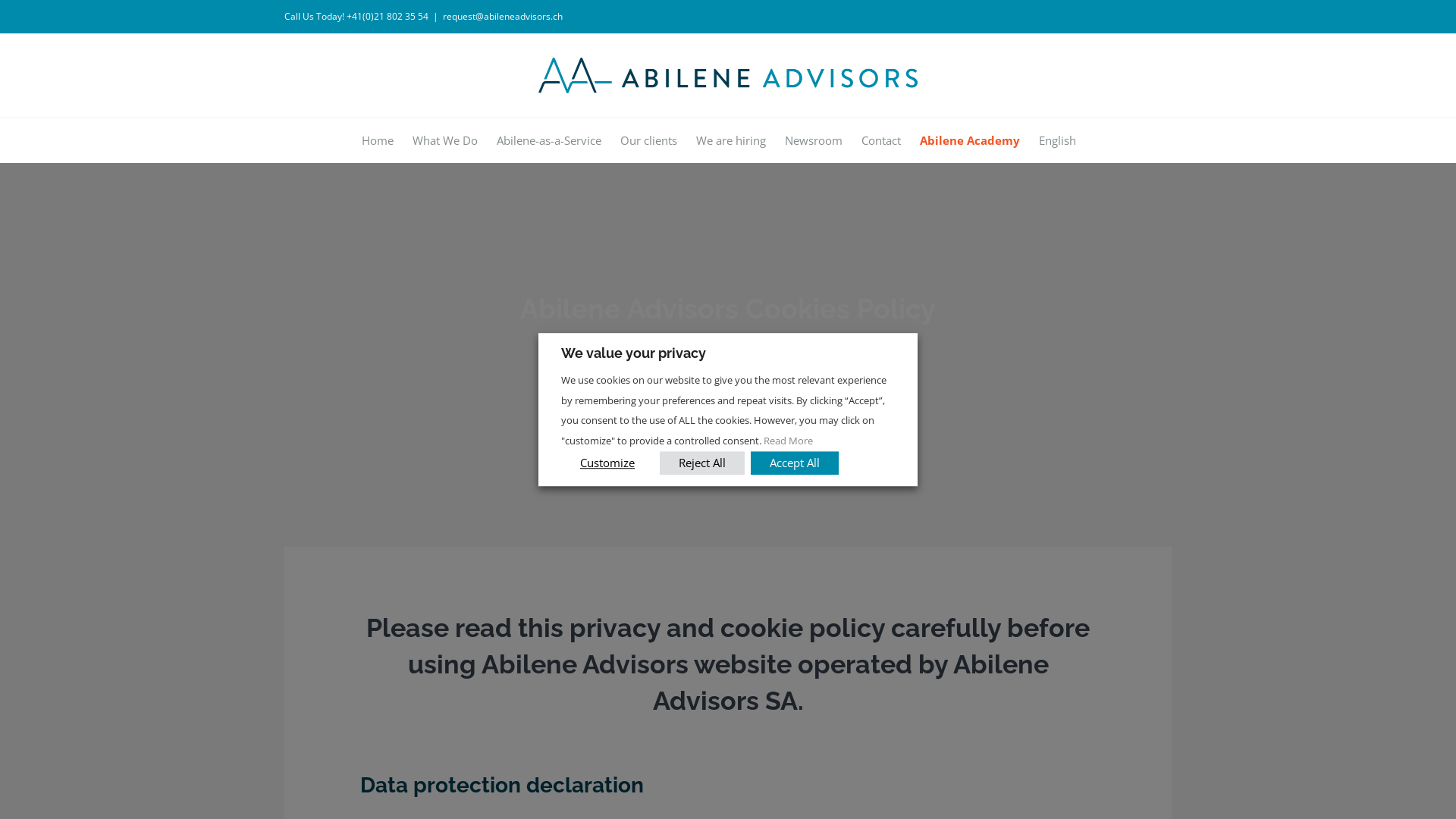 This screenshot has width=1456, height=819. What do you see at coordinates (1056, 139) in the screenshot?
I see `'English'` at bounding box center [1056, 139].